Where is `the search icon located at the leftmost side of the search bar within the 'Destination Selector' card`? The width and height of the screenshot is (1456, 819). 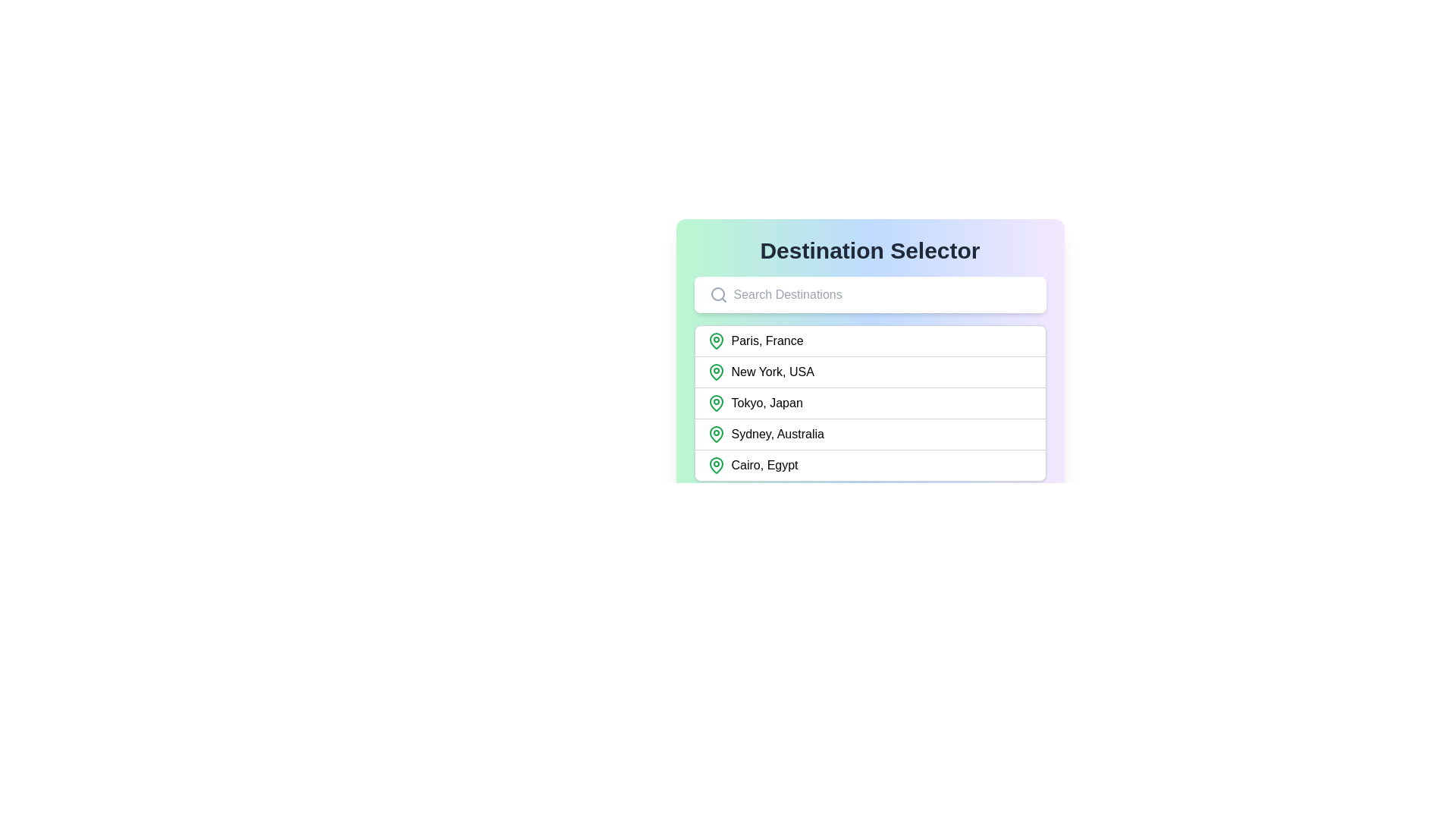 the search icon located at the leftmost side of the search bar within the 'Destination Selector' card is located at coordinates (717, 295).